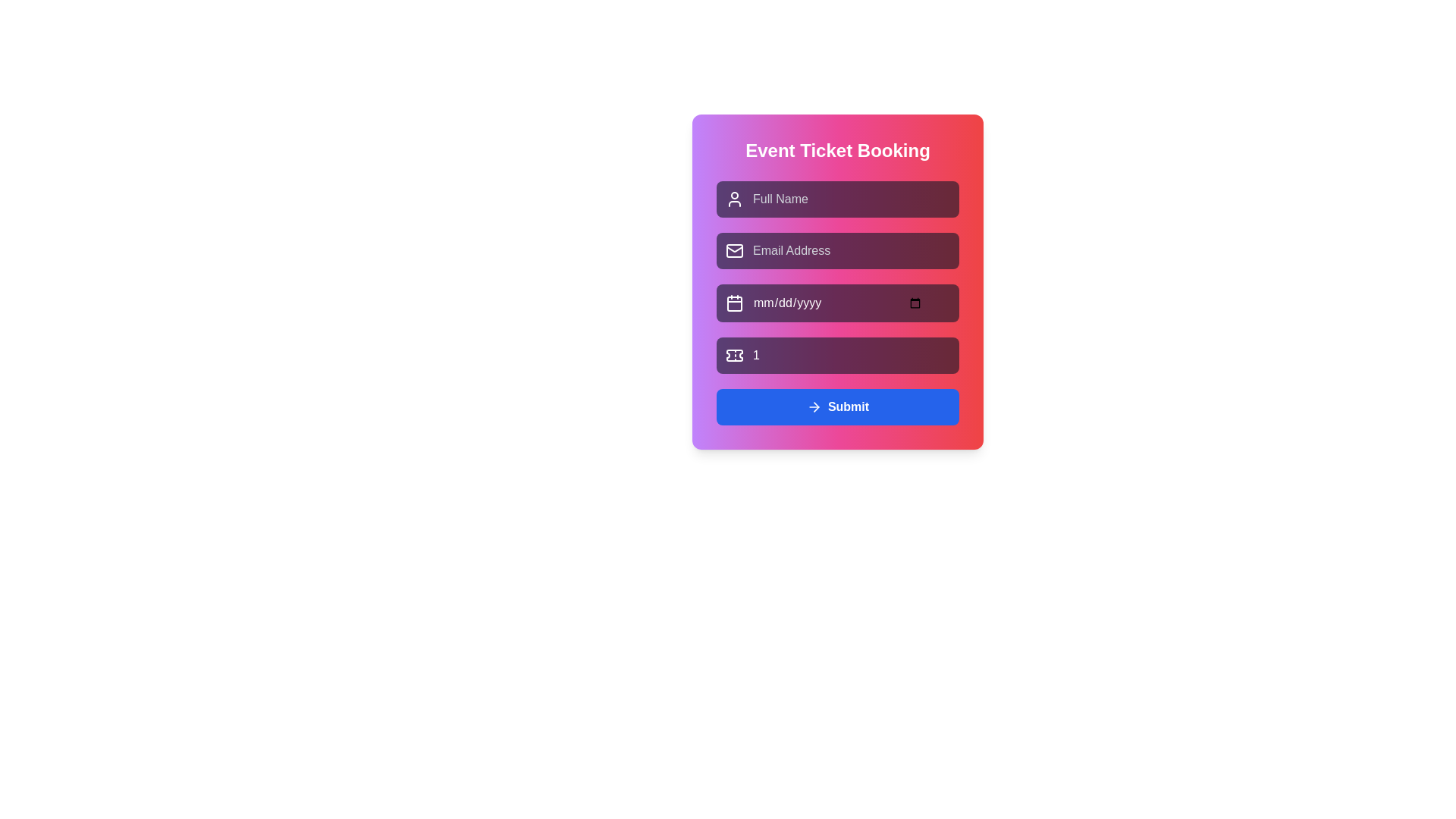  What do you see at coordinates (735, 198) in the screenshot?
I see `the user silhouette SVG icon located at the leftmost position of the 'Full Name' input field in the event booking form, which is styled in white against a purple background` at bounding box center [735, 198].